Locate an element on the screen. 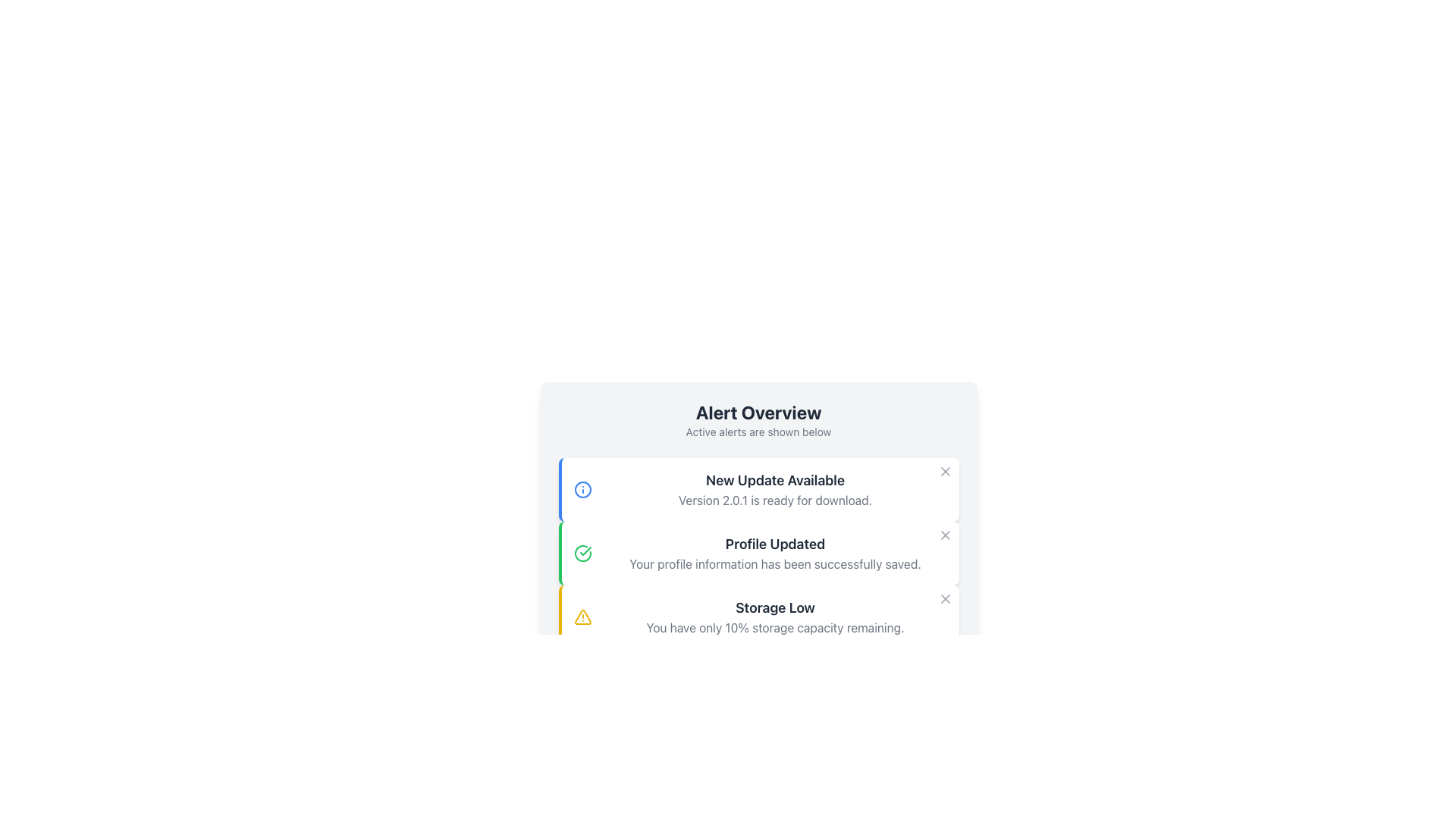  the checkmark symbol within the second alert notification card that indicates a completed action, styled with a green stroke and adjacent to the text 'Profile Updated' is located at coordinates (585, 551).